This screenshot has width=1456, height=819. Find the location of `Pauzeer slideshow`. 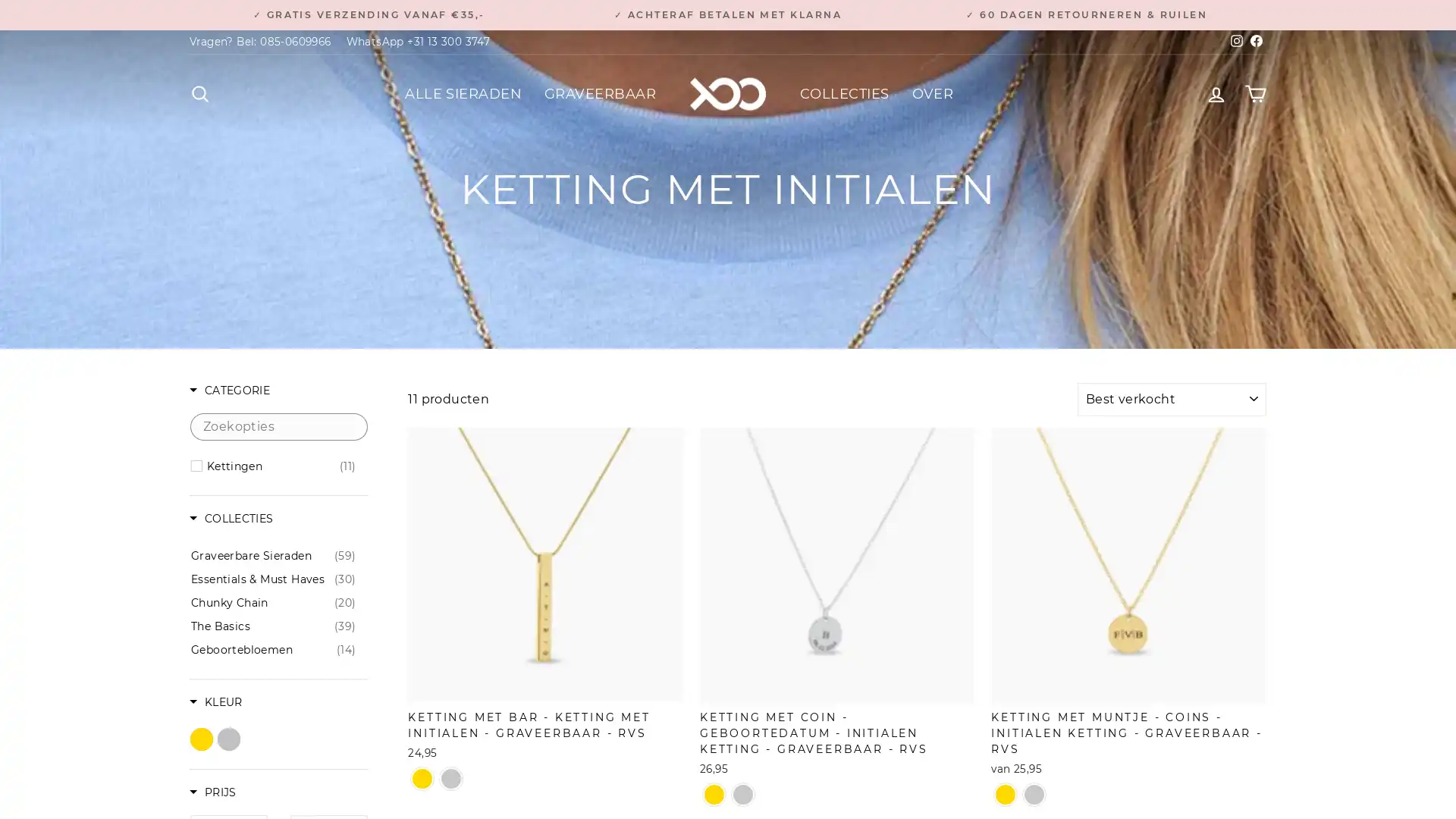

Pauzeer slideshow is located at coordinates (732, 8).